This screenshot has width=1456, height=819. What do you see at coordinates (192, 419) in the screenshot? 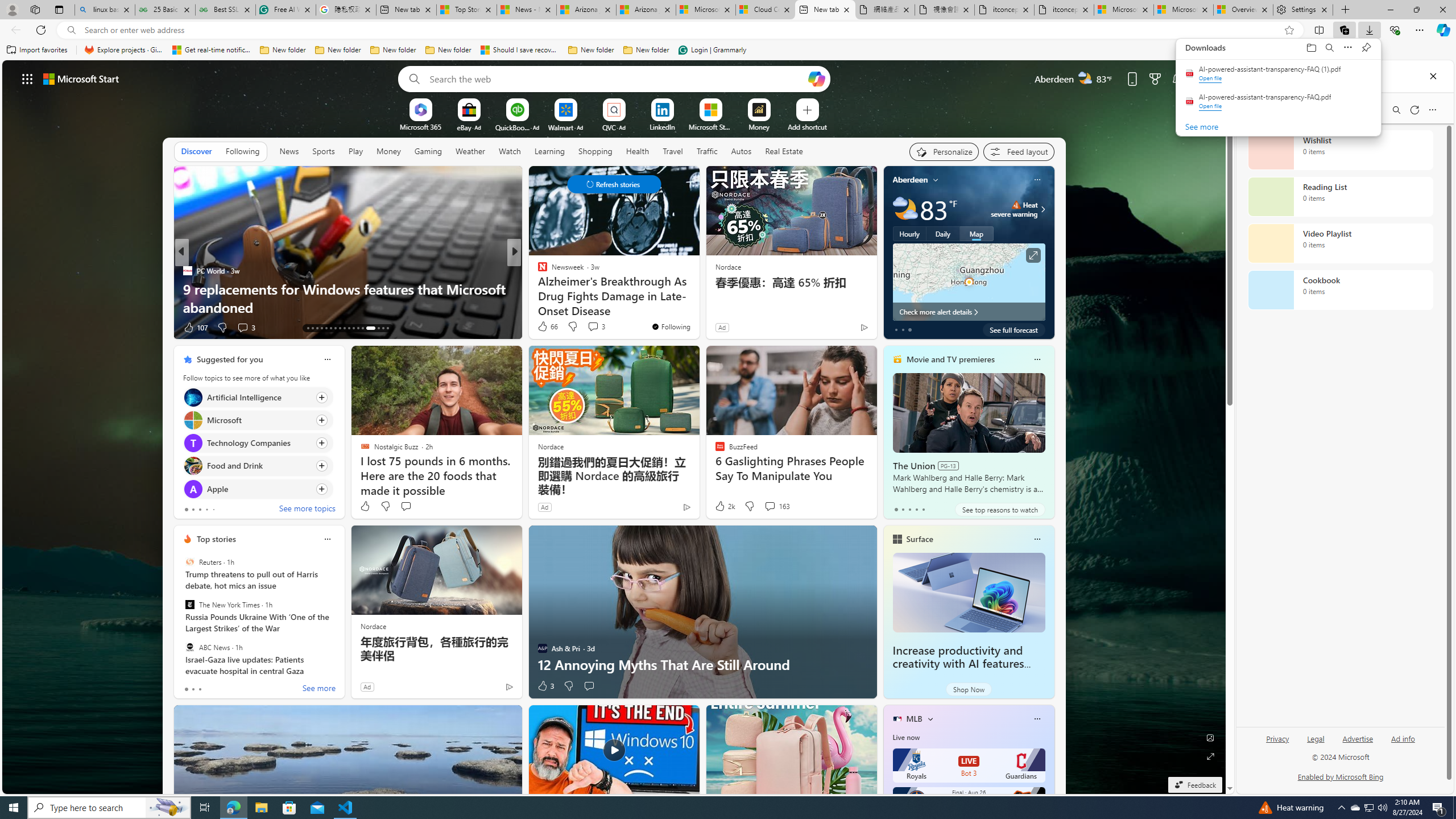
I see `'Microsoft'` at bounding box center [192, 419].